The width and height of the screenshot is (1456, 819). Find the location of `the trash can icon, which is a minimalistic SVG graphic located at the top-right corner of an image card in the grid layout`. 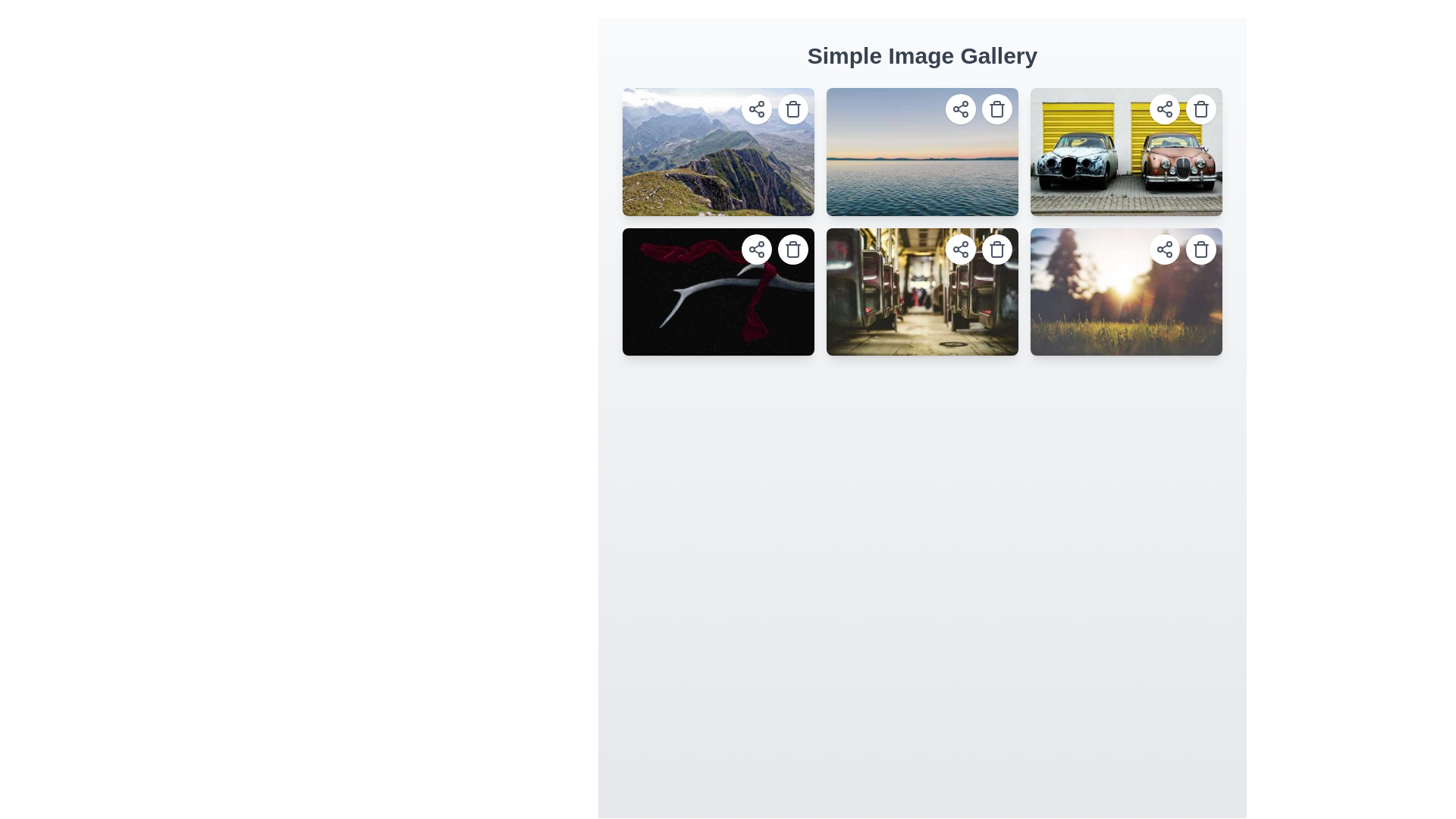

the trash can icon, which is a minimalistic SVG graphic located at the top-right corner of an image card in the grid layout is located at coordinates (1200, 108).